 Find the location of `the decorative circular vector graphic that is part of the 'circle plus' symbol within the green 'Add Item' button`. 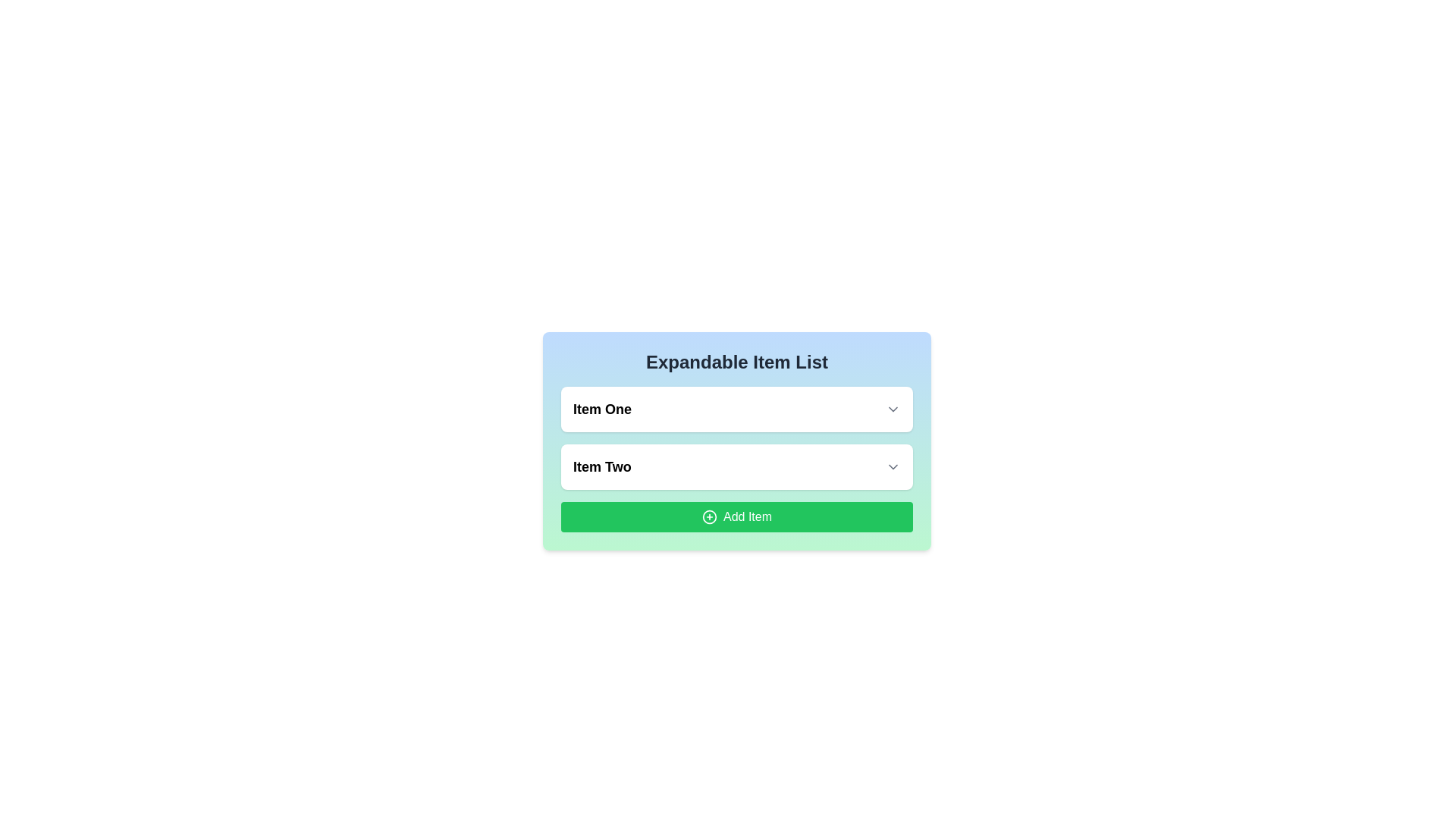

the decorative circular vector graphic that is part of the 'circle plus' symbol within the green 'Add Item' button is located at coordinates (709, 516).